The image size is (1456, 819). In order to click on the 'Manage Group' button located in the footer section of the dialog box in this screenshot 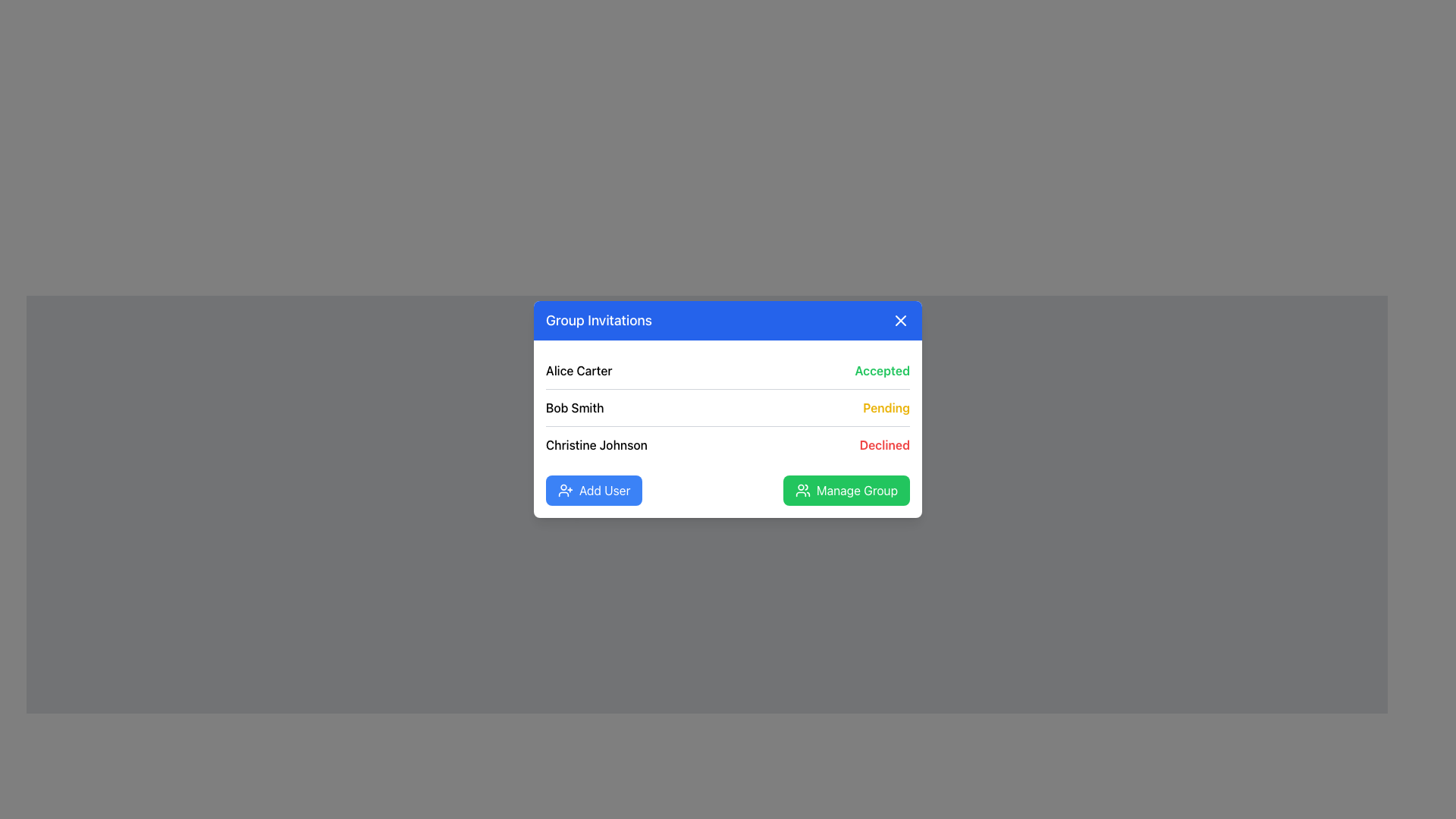, I will do `click(846, 491)`.